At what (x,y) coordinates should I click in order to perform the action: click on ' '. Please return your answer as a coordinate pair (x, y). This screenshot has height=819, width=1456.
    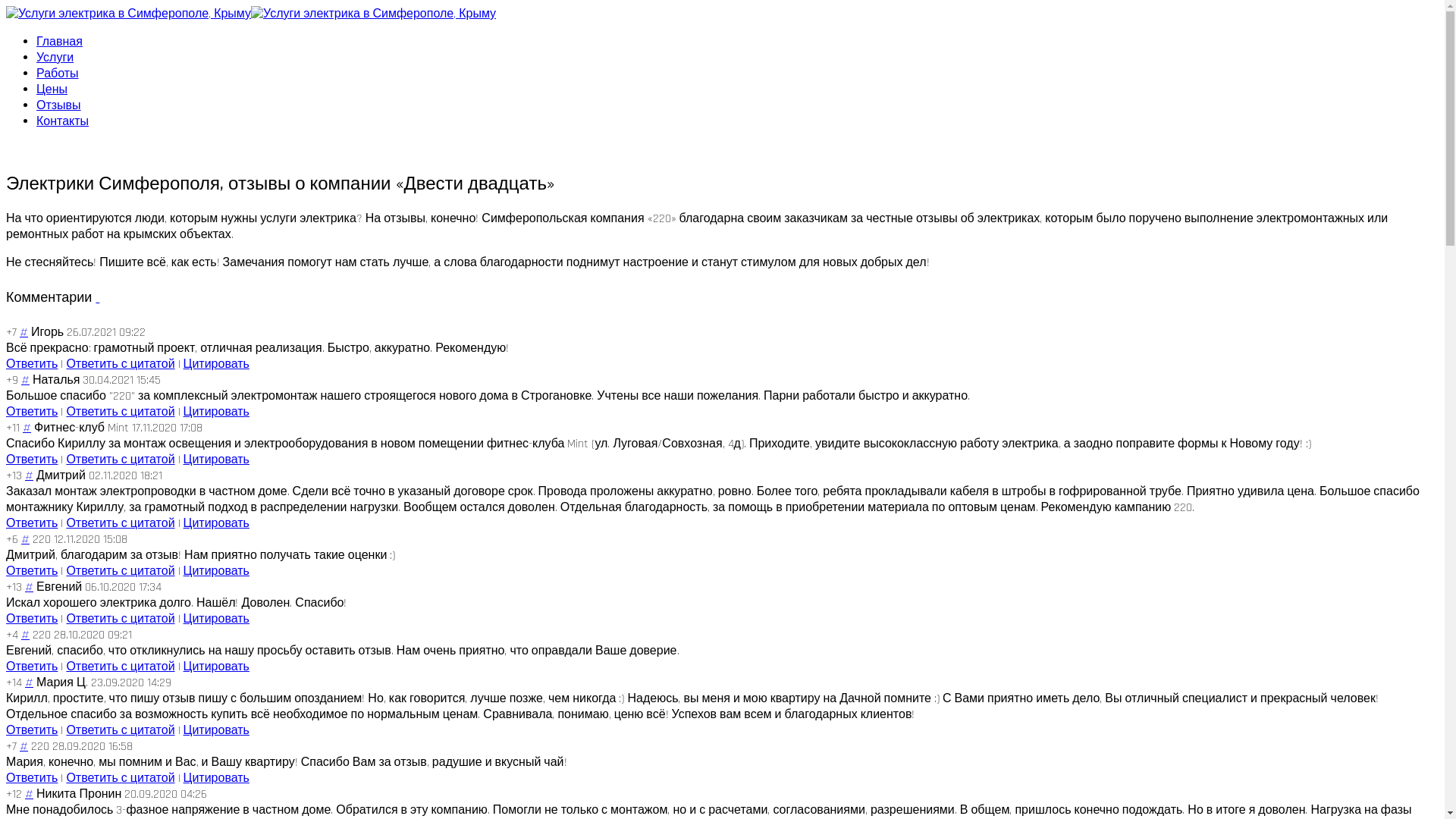
    Looking at the image, I should click on (96, 297).